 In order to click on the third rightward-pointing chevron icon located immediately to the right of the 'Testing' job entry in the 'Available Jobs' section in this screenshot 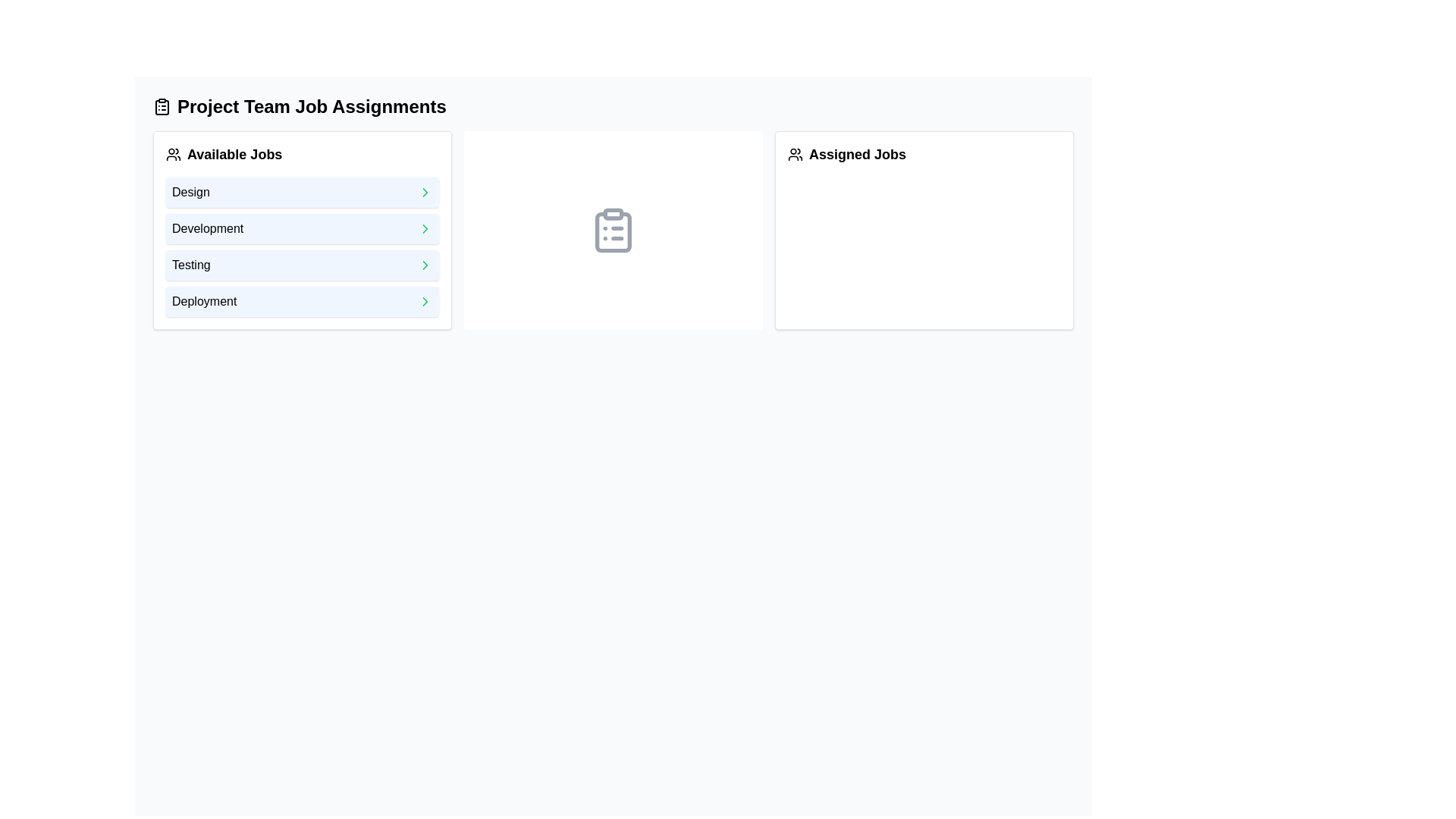, I will do `click(425, 265)`.